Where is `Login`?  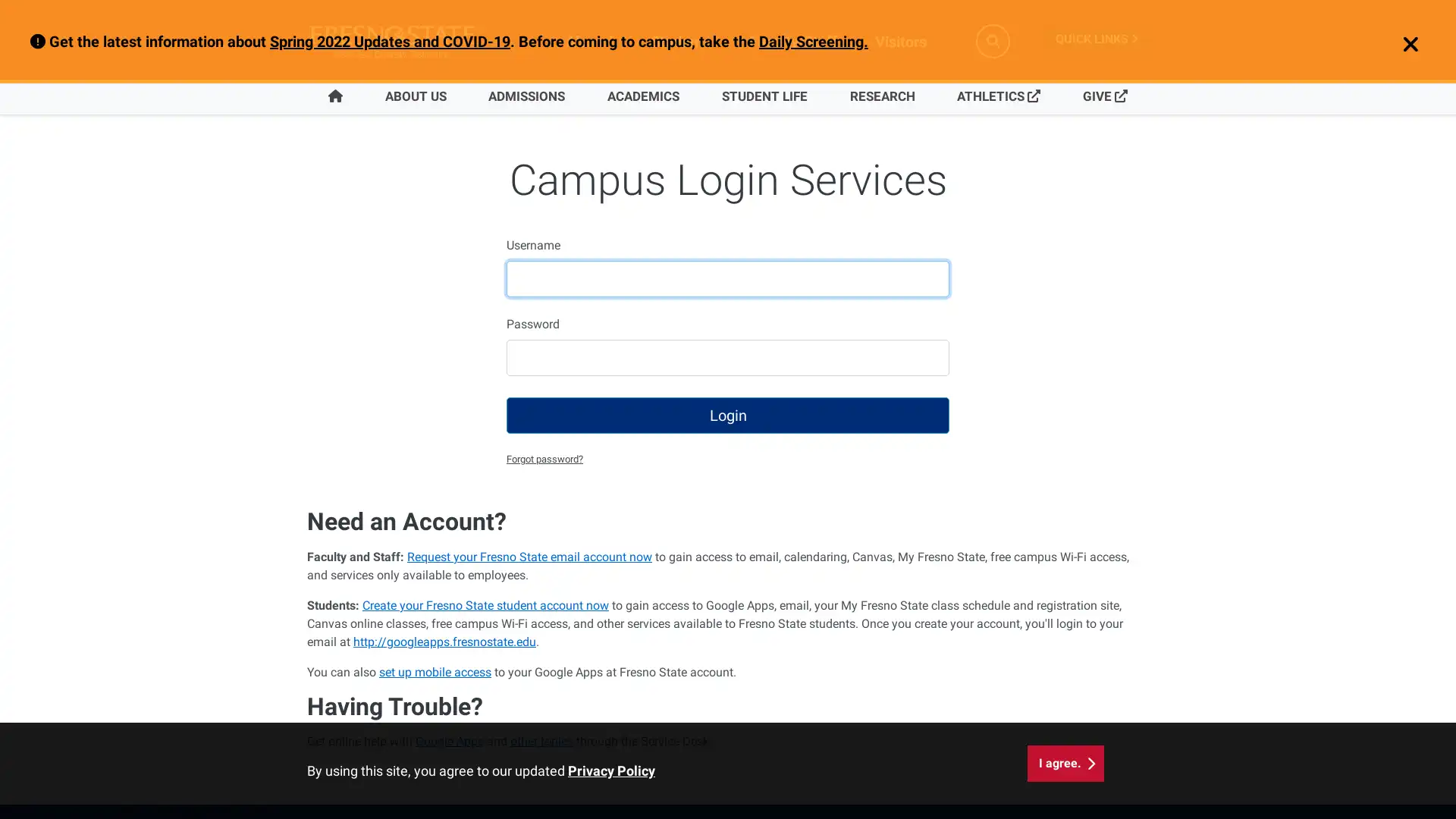 Login is located at coordinates (728, 415).